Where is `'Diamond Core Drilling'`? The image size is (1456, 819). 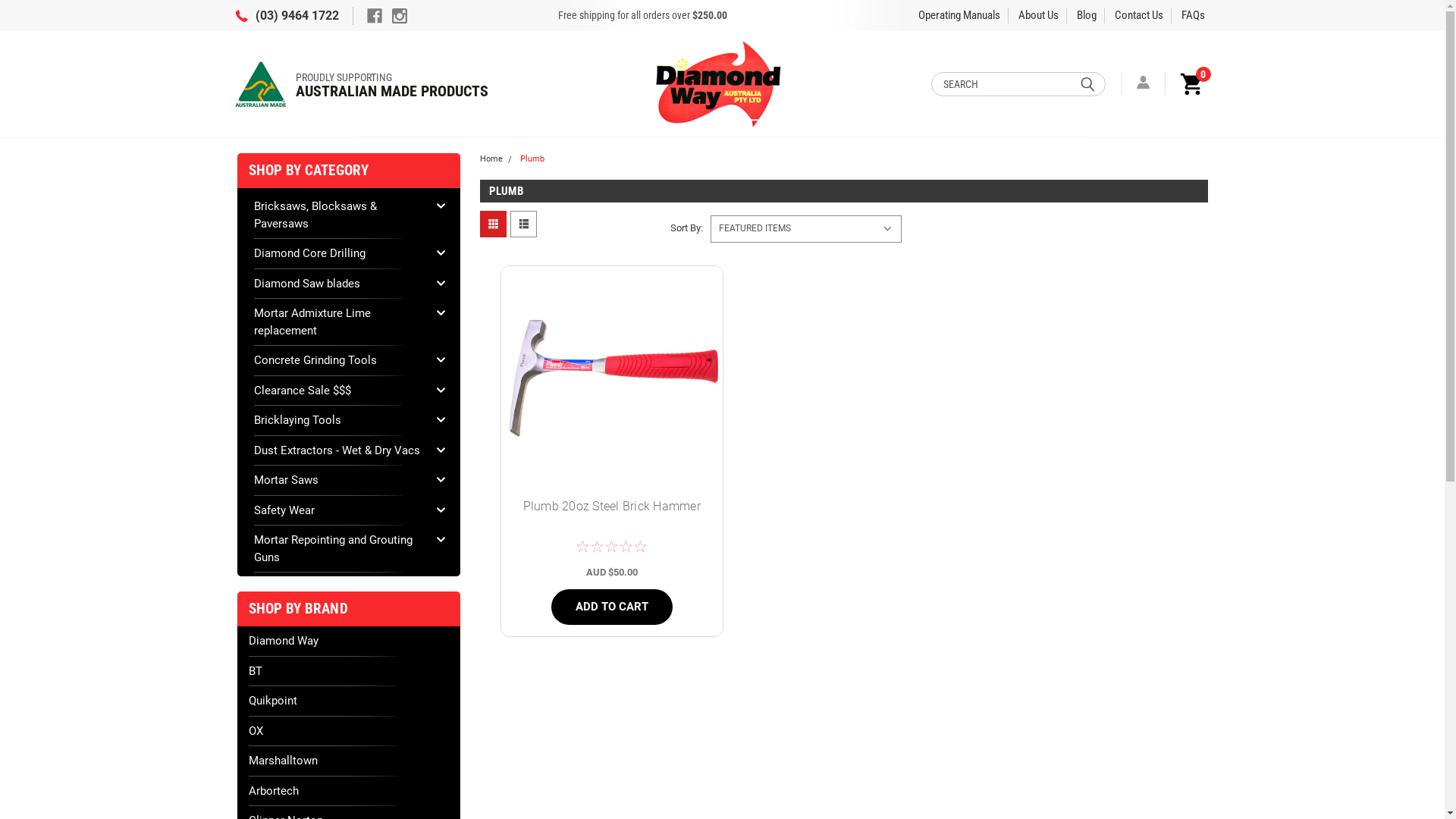
'Diamond Core Drilling' is located at coordinates (338, 253).